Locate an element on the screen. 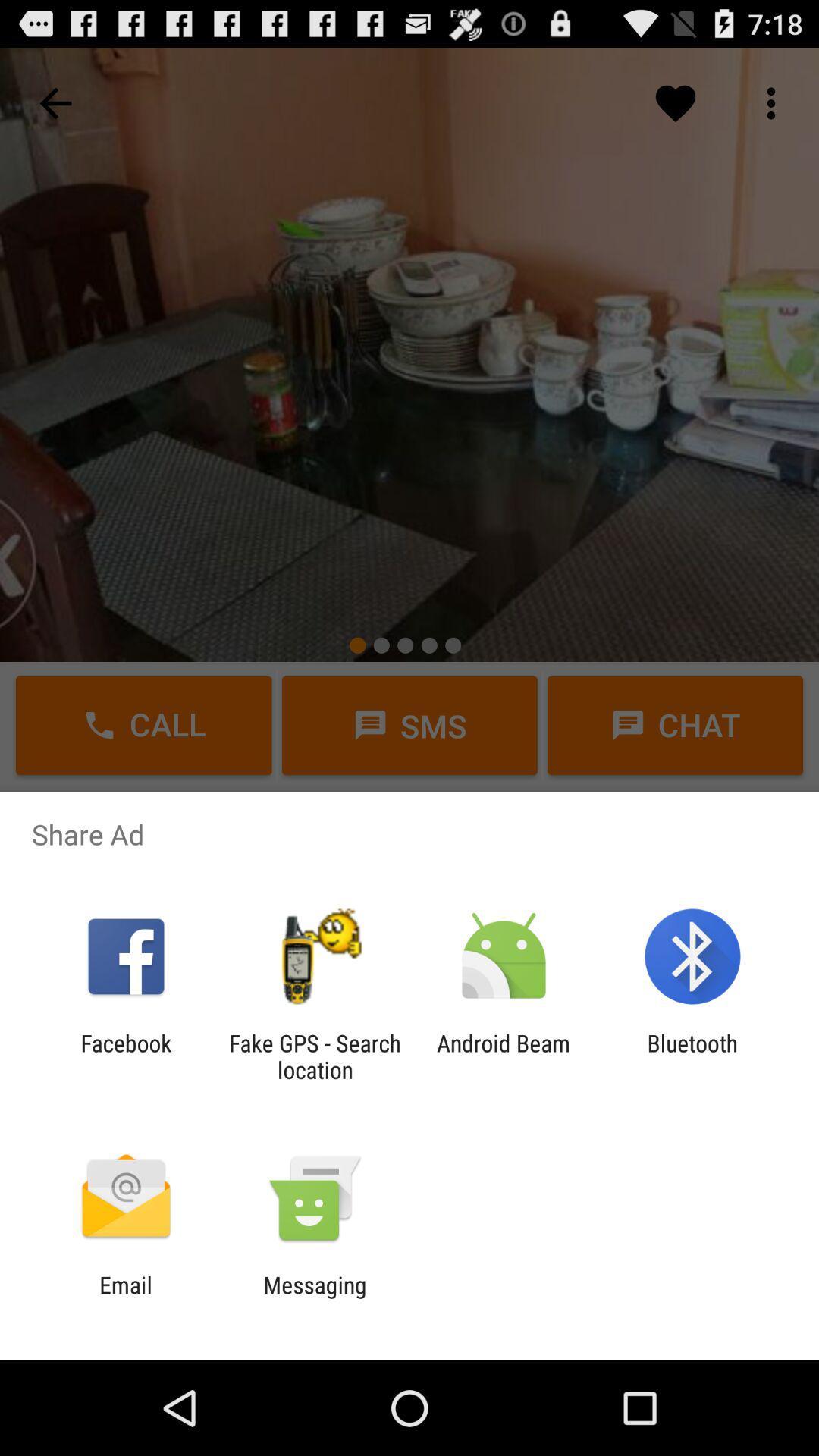 The height and width of the screenshot is (1456, 819). the icon to the left of bluetooth icon is located at coordinates (504, 1056).